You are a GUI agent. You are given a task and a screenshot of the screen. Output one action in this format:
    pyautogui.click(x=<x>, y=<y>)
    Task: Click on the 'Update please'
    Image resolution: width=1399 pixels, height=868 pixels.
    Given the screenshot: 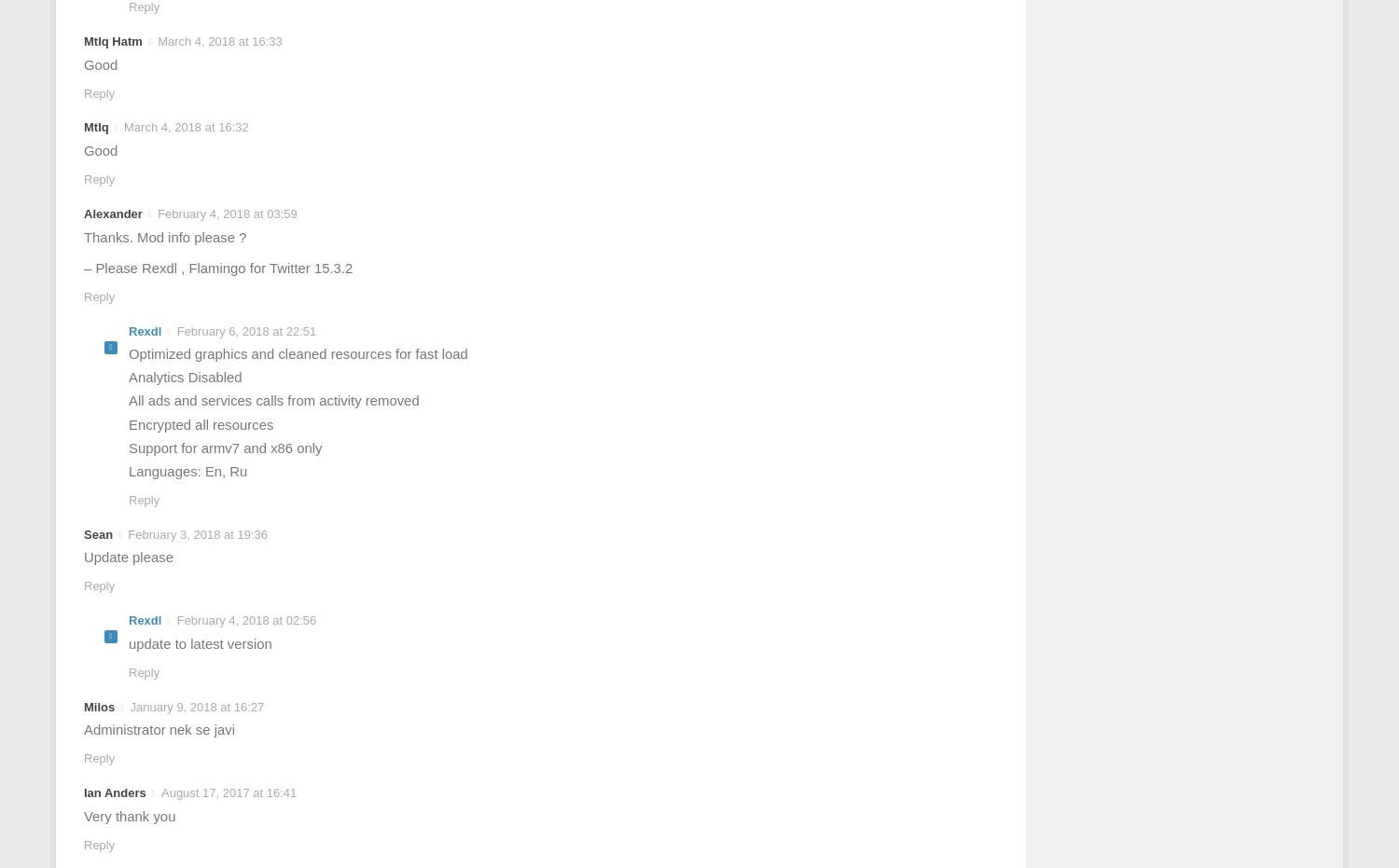 What is the action you would take?
    pyautogui.click(x=128, y=556)
    